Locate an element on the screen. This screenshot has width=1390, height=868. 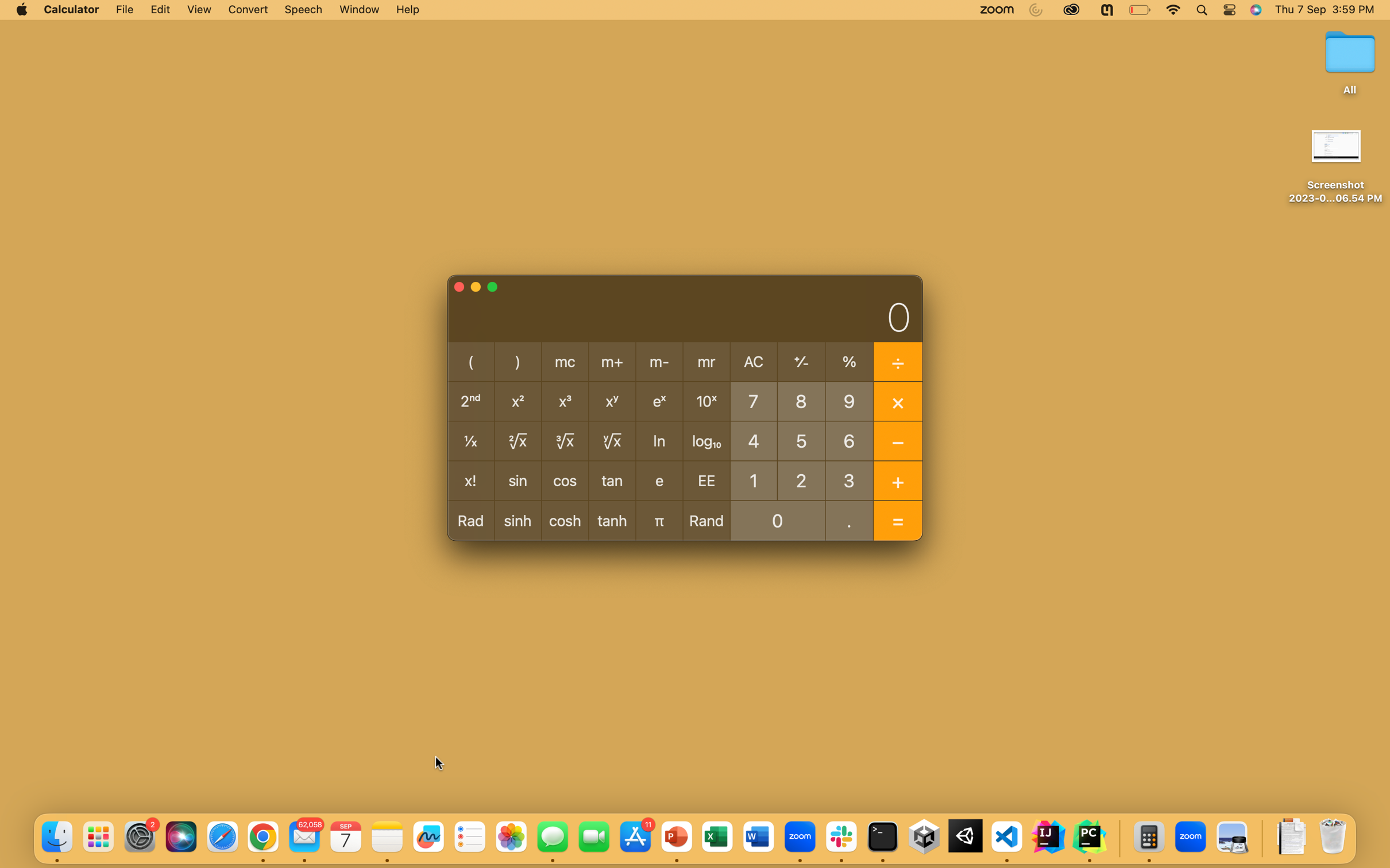
Determine the sine value of angle 45 degrees is located at coordinates (752, 440).